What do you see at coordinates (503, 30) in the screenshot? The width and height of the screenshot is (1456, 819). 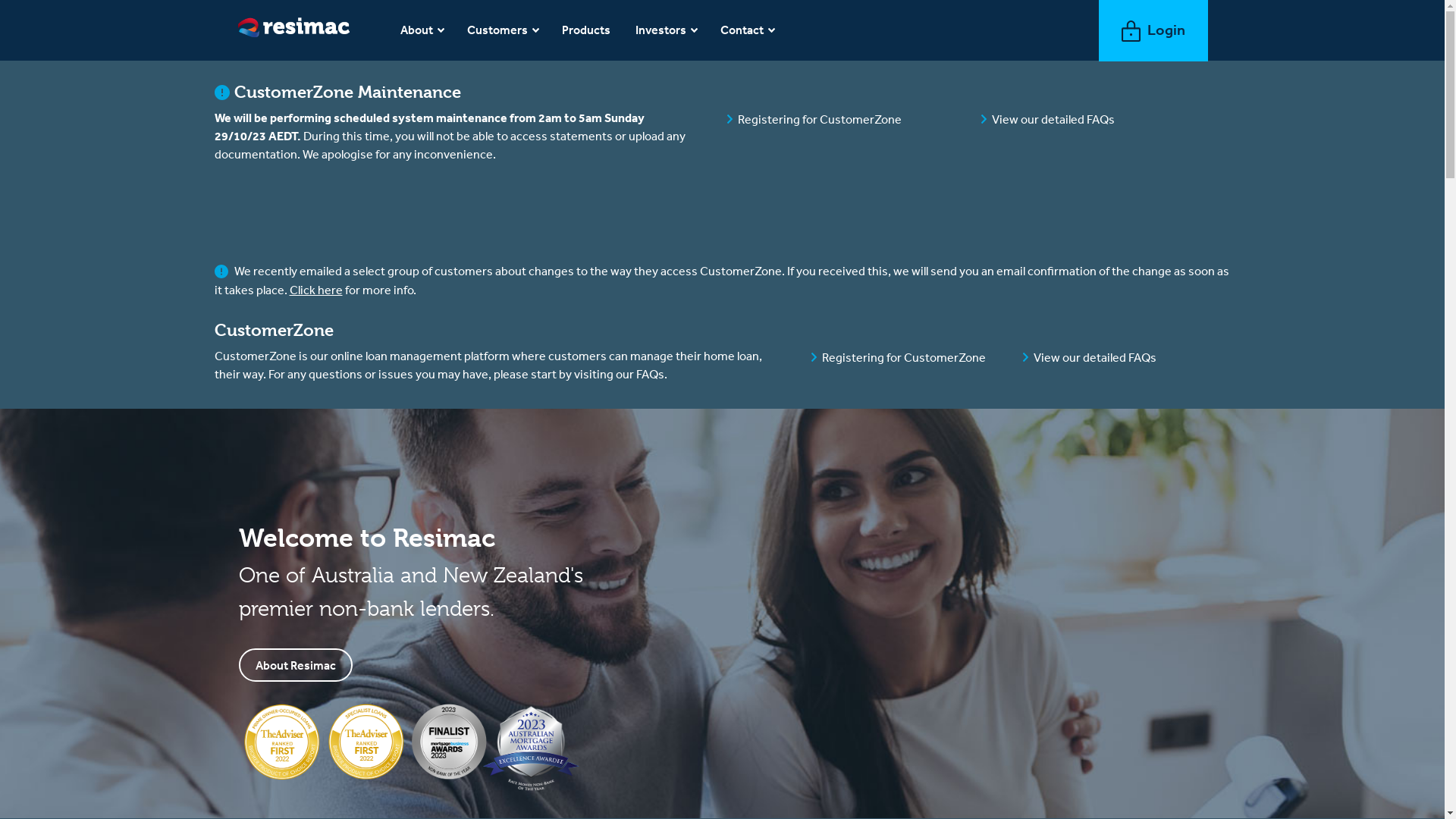 I see `'Customers'` at bounding box center [503, 30].